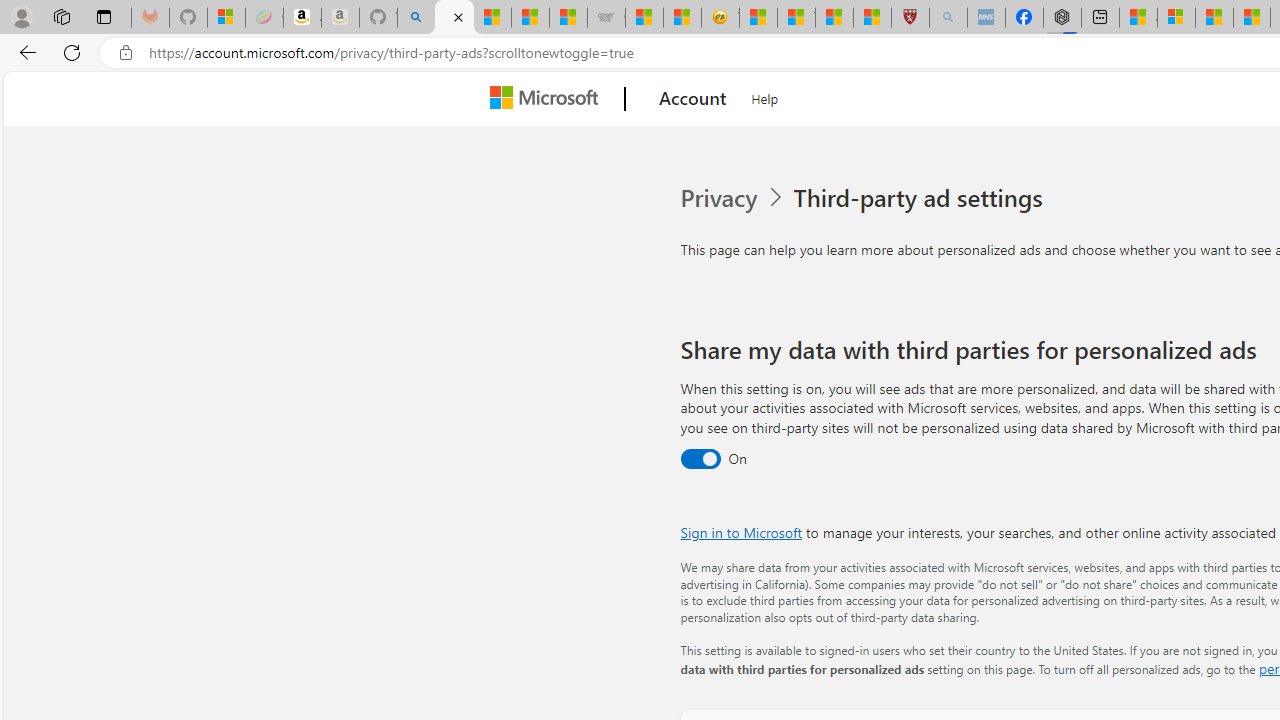 This screenshot has height=720, width=1280. What do you see at coordinates (700, 459) in the screenshot?
I see `'Third party data sharing toggle'` at bounding box center [700, 459].